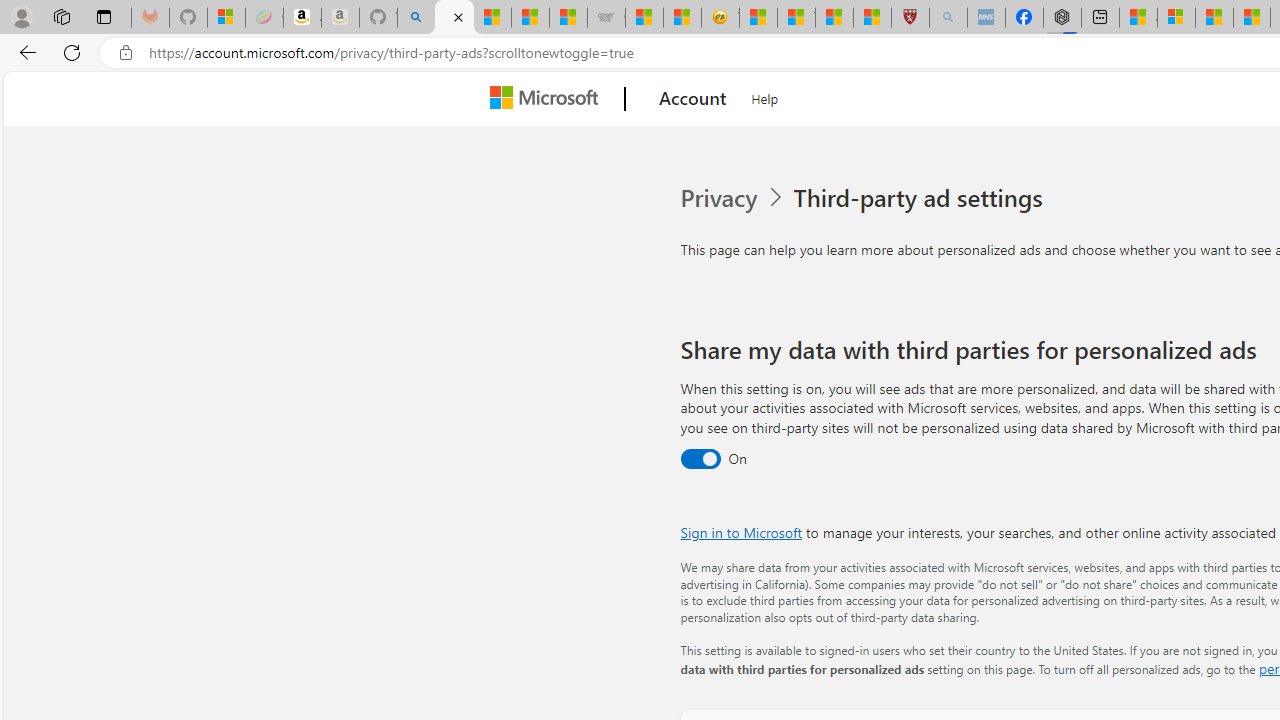 This screenshot has height=720, width=1280. What do you see at coordinates (700, 459) in the screenshot?
I see `'Third party data sharing toggle'` at bounding box center [700, 459].